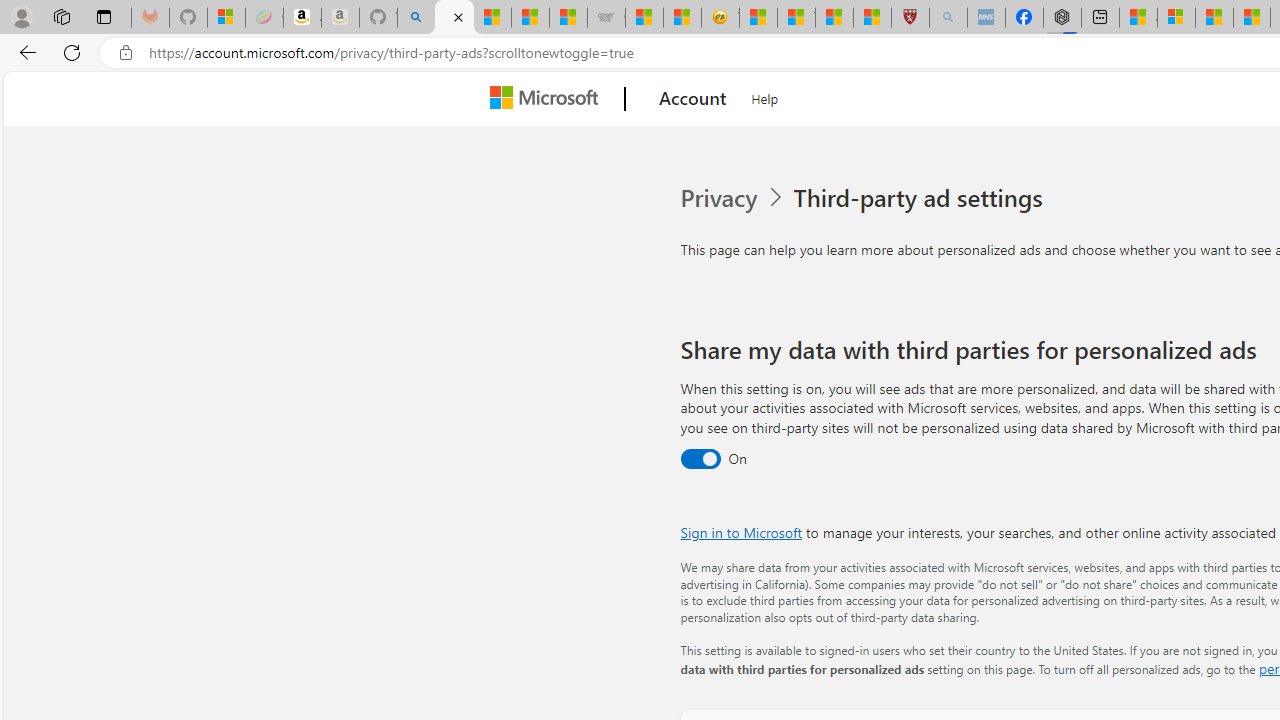 This screenshot has height=720, width=1280. What do you see at coordinates (700, 459) in the screenshot?
I see `'Third party data sharing toggle'` at bounding box center [700, 459].